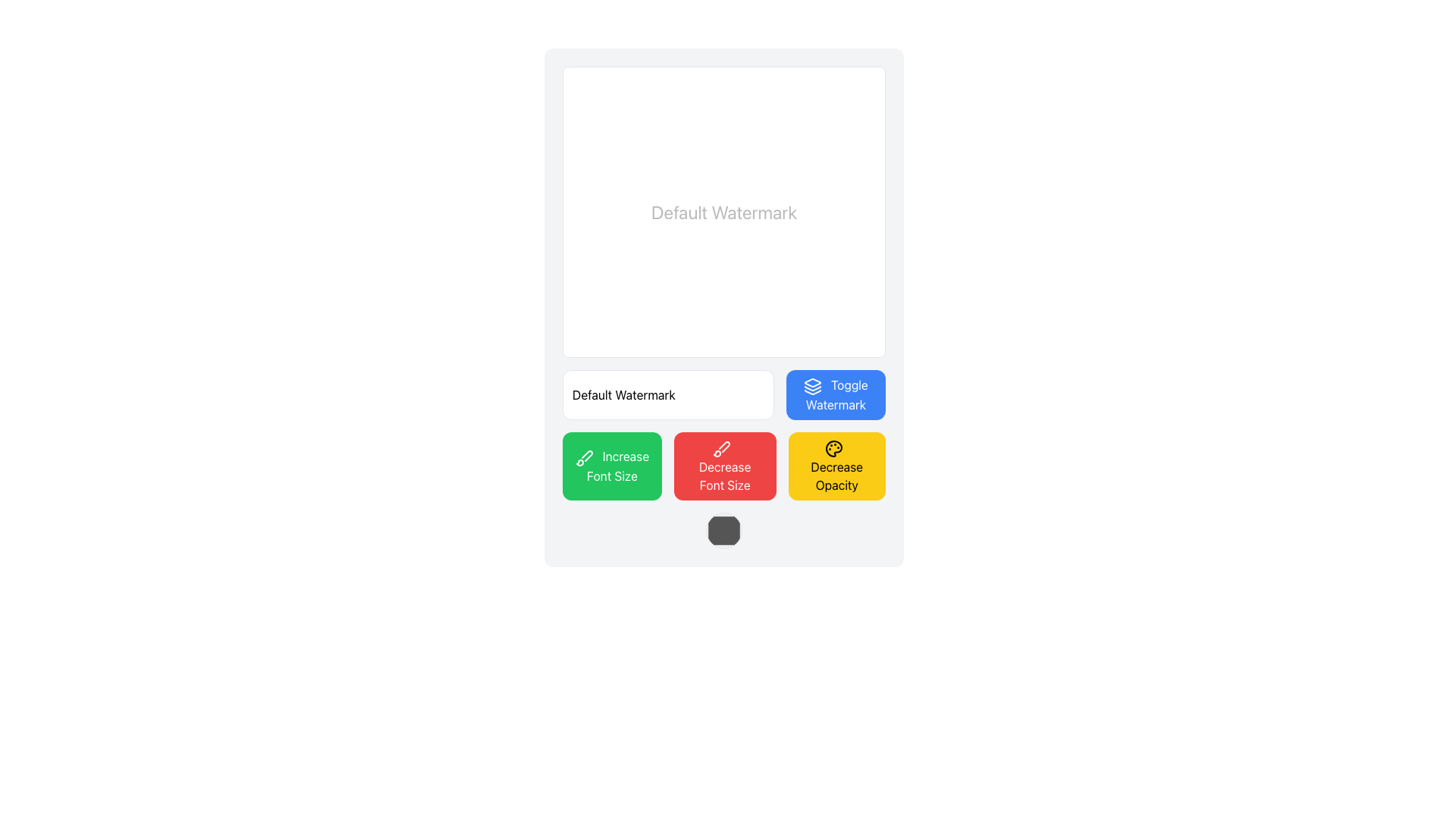 The image size is (1456, 819). I want to click on the circular icon element that contributes to the artistic representation of the palette icon located on the bottom-right of the grid of buttons, so click(833, 447).